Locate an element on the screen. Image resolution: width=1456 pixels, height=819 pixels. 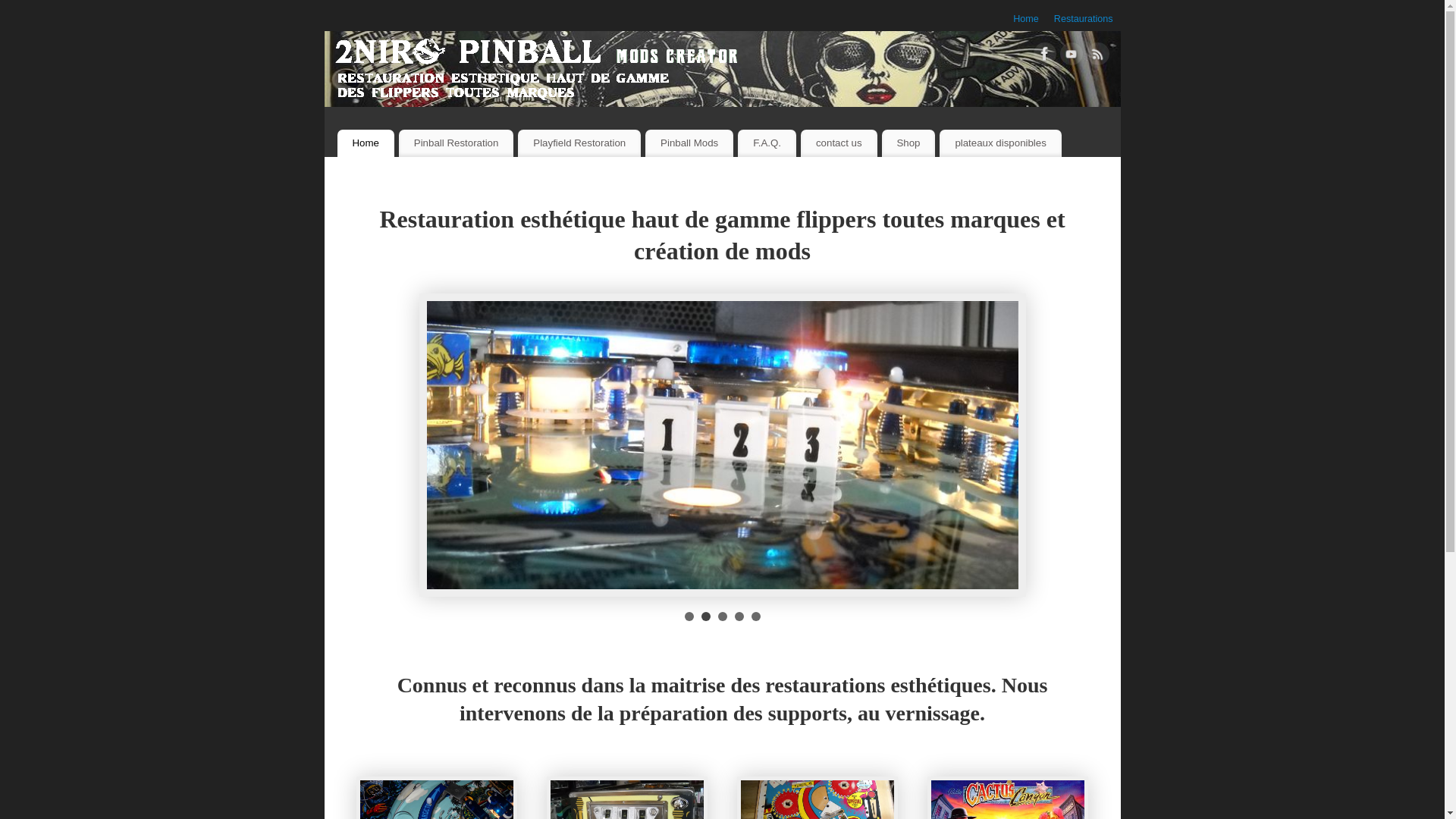
'contact us' is located at coordinates (800, 143).